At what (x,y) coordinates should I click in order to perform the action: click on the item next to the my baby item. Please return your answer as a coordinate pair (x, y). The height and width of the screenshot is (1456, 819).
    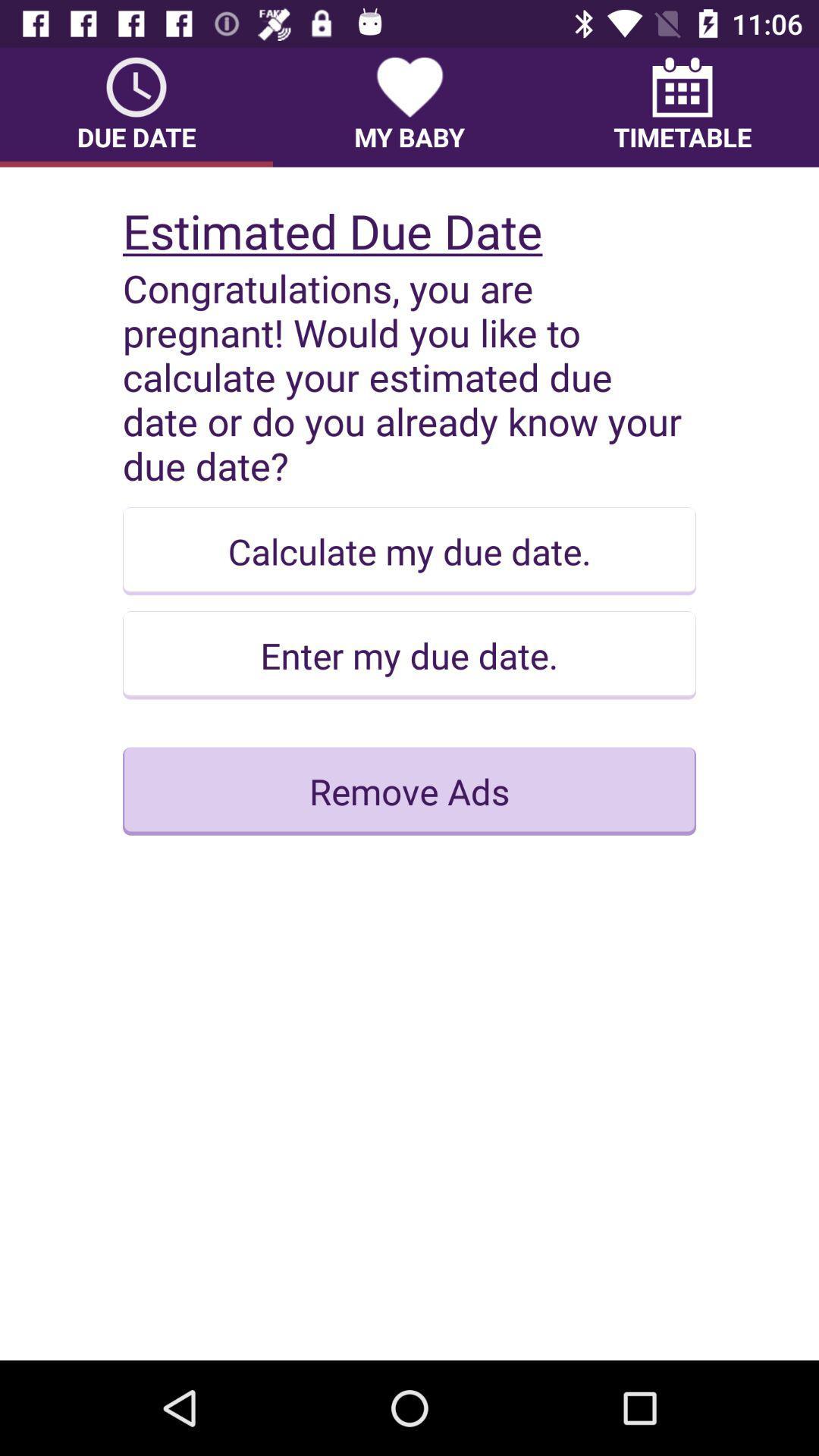
    Looking at the image, I should click on (681, 106).